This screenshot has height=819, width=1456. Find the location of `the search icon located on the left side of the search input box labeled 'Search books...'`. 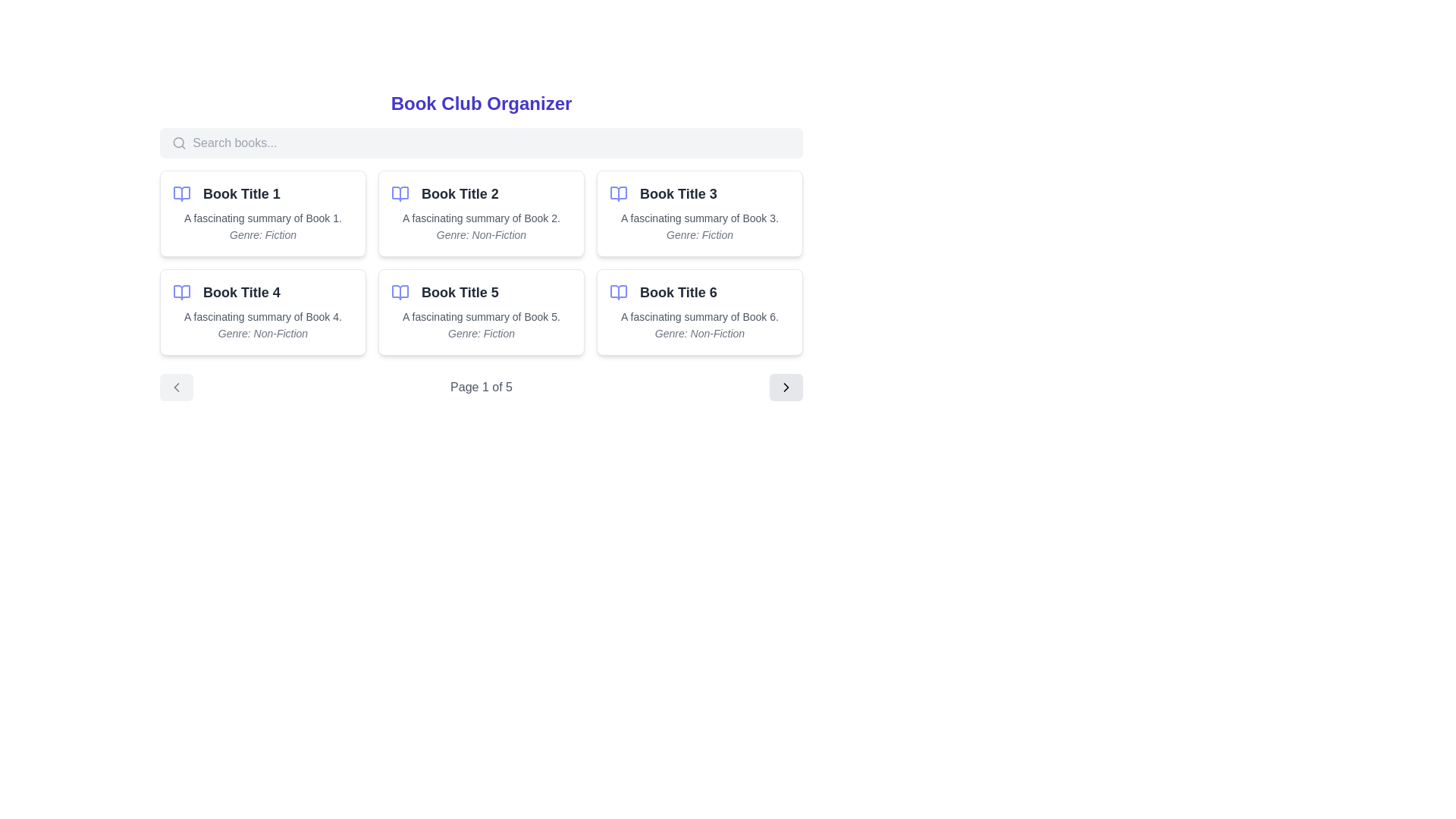

the search icon located on the left side of the search input box labeled 'Search books...' is located at coordinates (179, 143).